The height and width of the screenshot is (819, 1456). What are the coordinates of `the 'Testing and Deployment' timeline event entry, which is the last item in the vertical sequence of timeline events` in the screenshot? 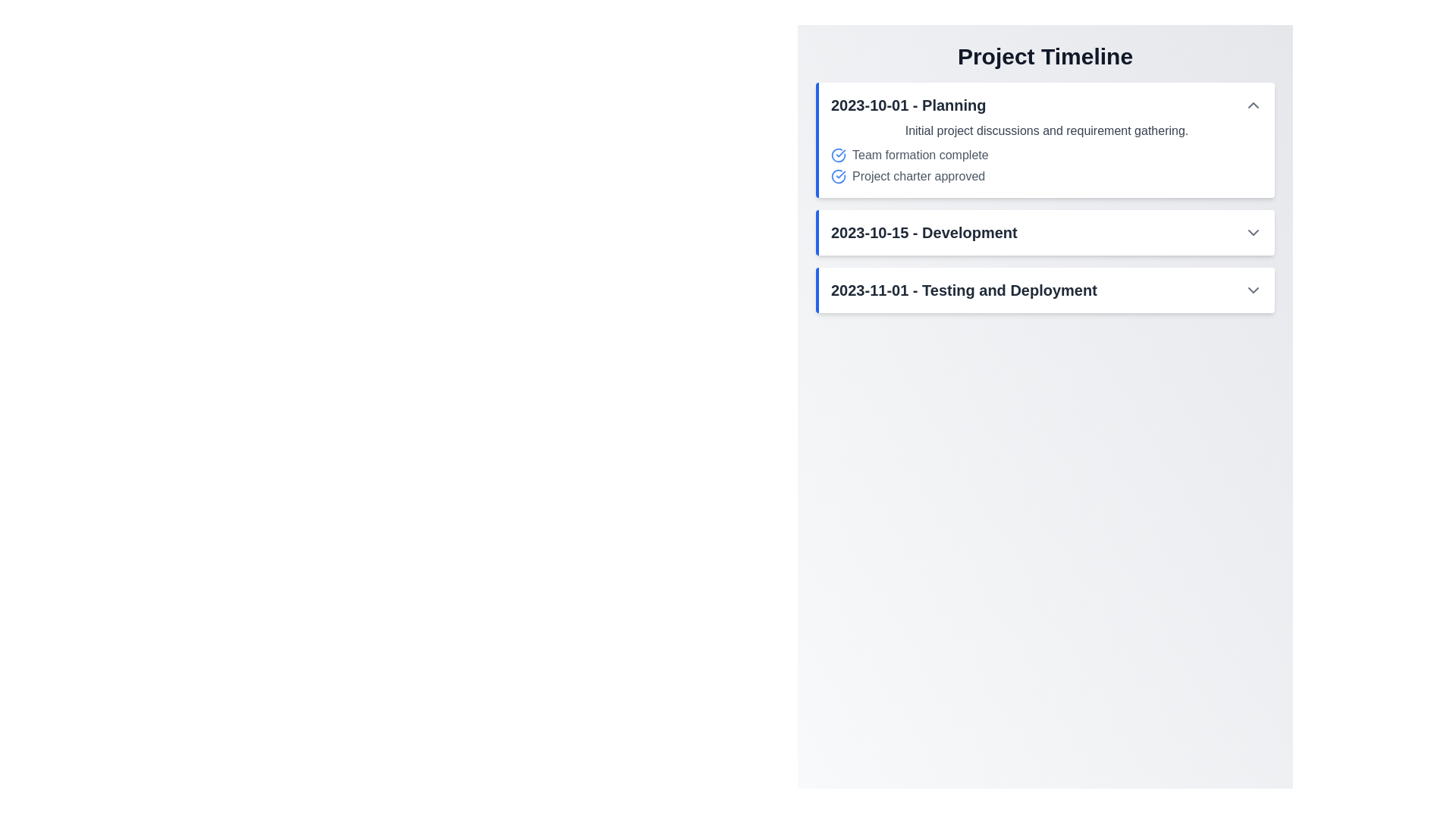 It's located at (1044, 290).